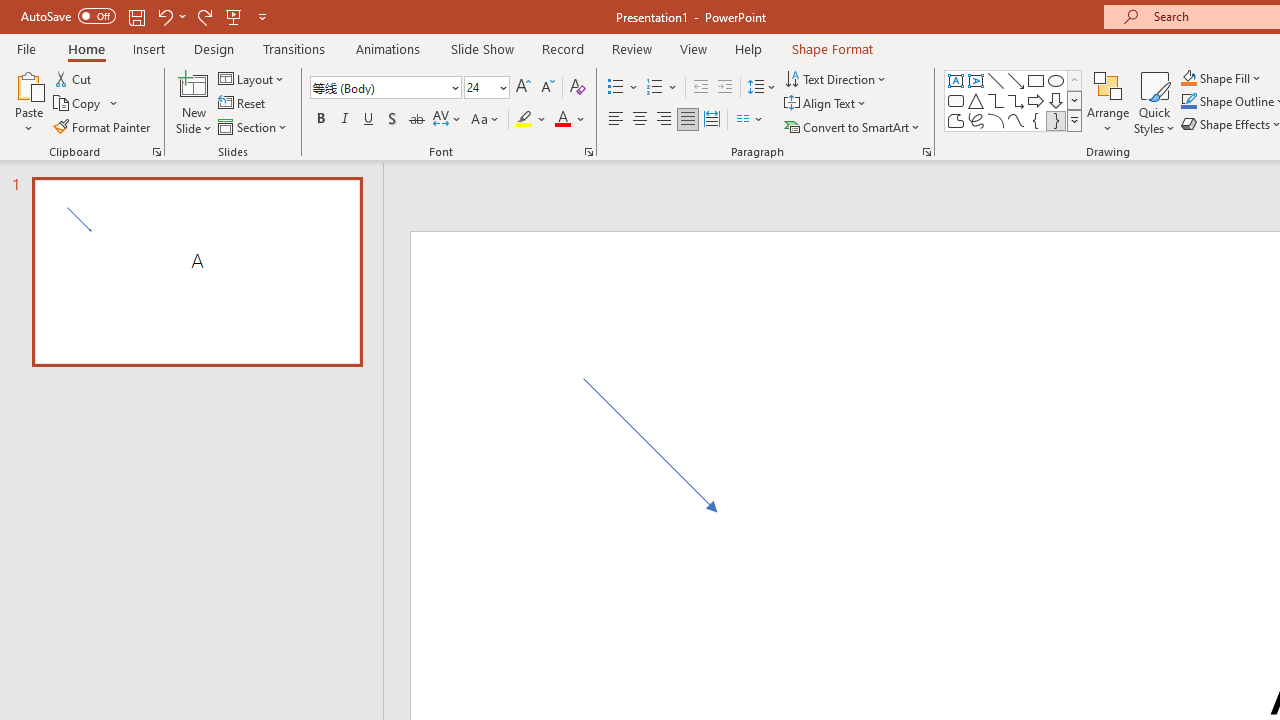 This screenshot has height=720, width=1280. Describe the element at coordinates (242, 103) in the screenshot. I see `'Reset'` at that location.